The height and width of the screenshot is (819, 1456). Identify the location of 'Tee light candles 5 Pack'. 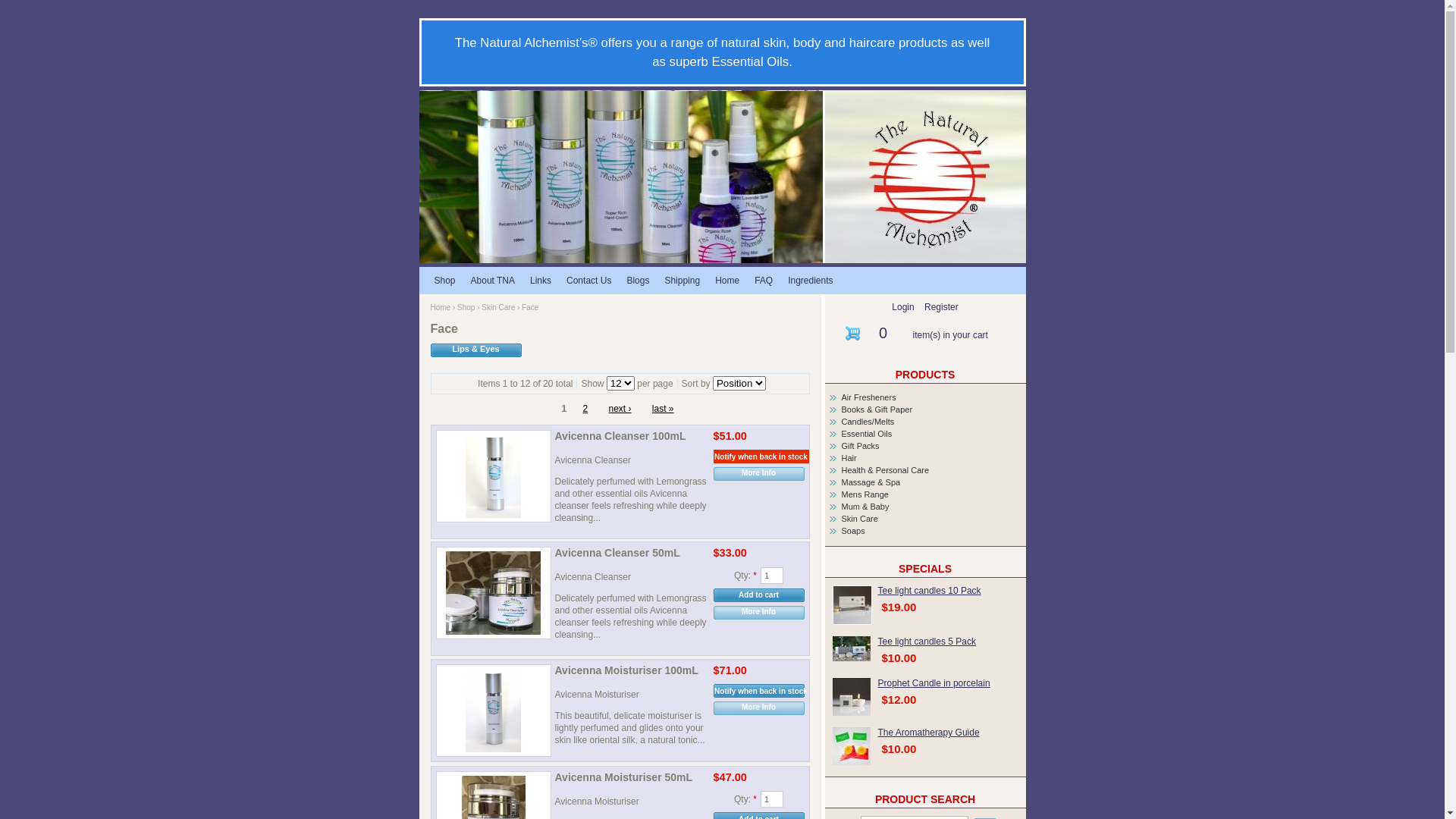
(926, 641).